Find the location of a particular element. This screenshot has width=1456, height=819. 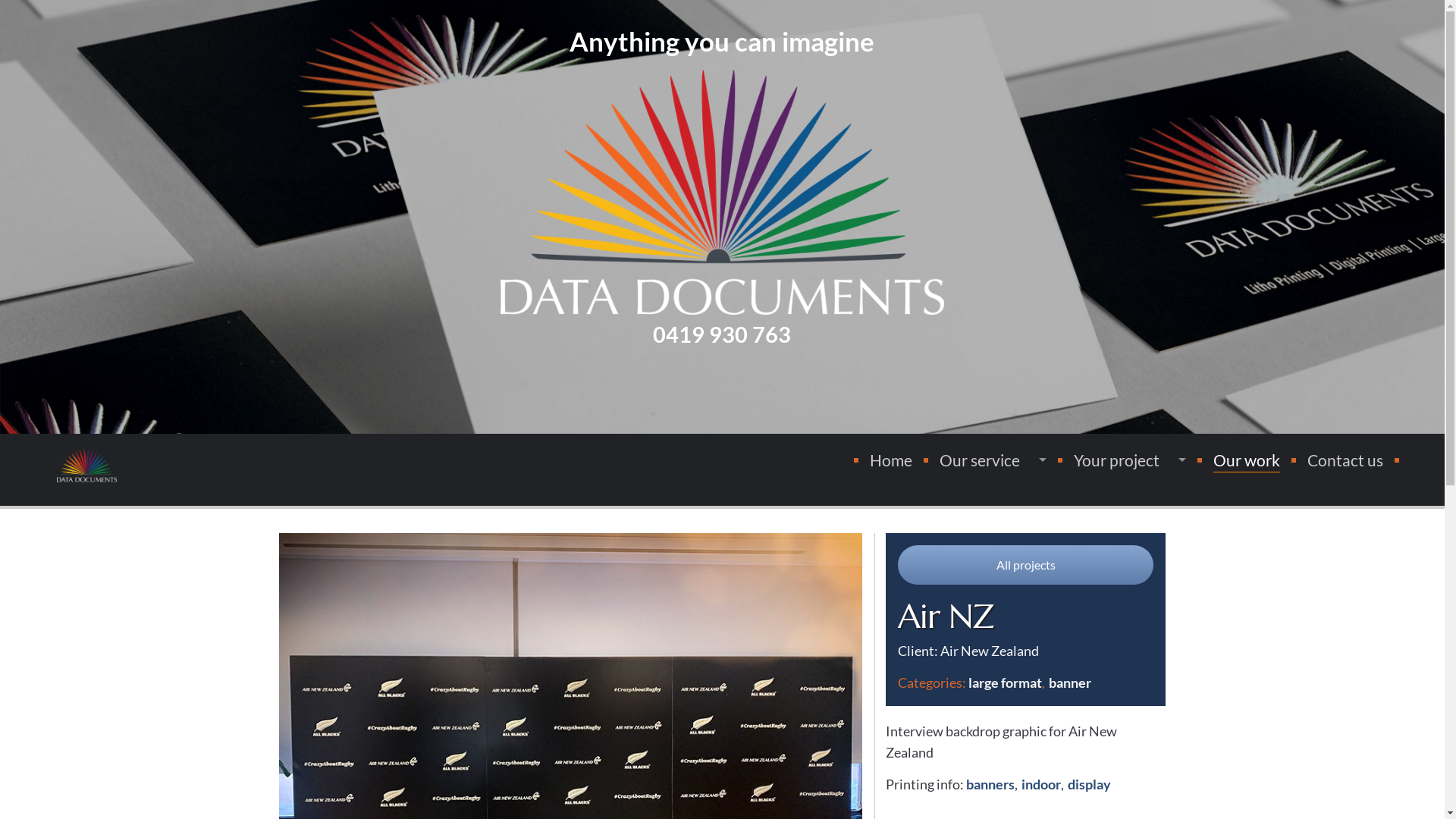

'Home' is located at coordinates (870, 459).